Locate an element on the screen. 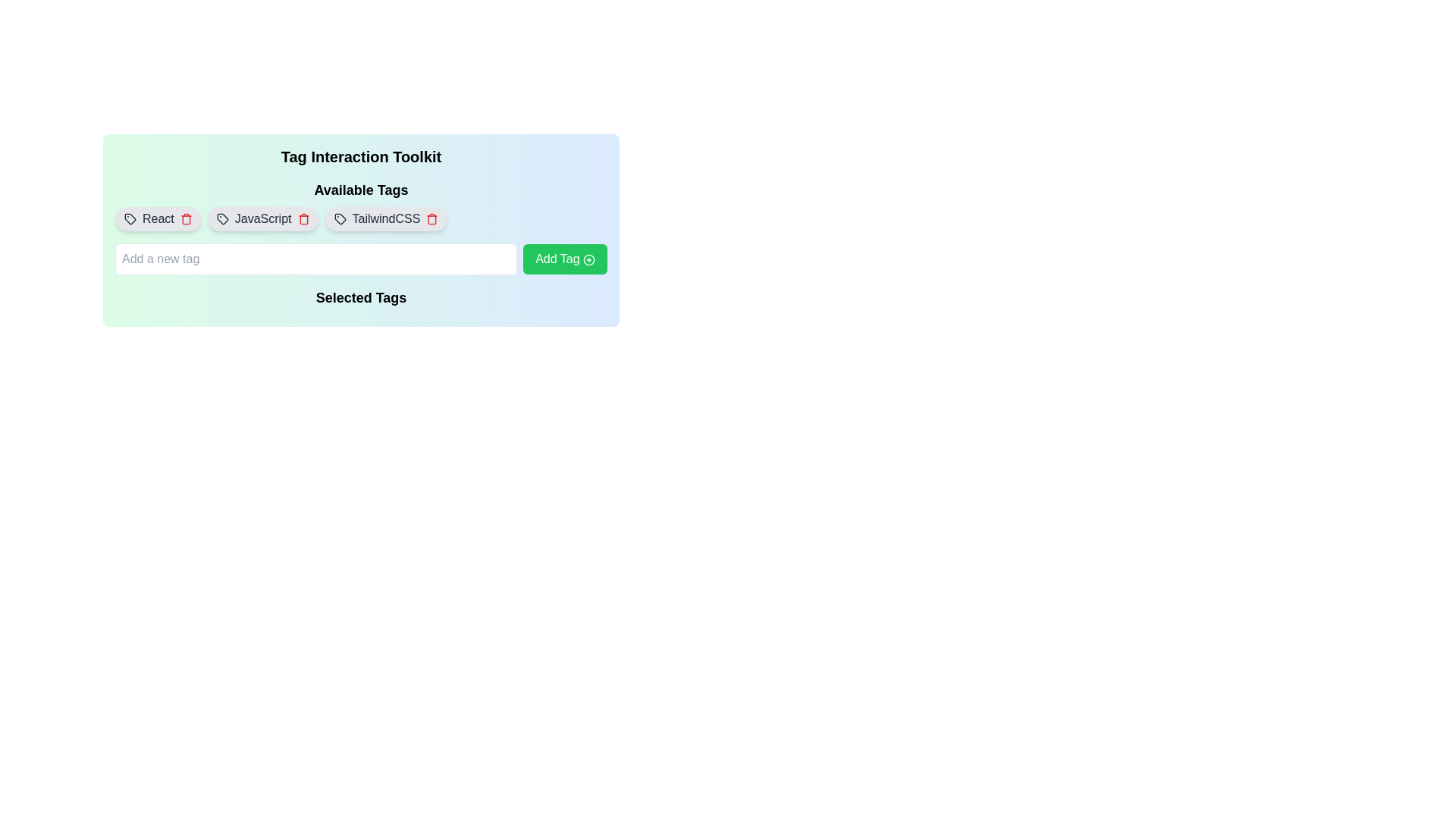 The image size is (1456, 819). the trash icon within a tag in the Tag List located below 'Available Tags' is located at coordinates (360, 219).